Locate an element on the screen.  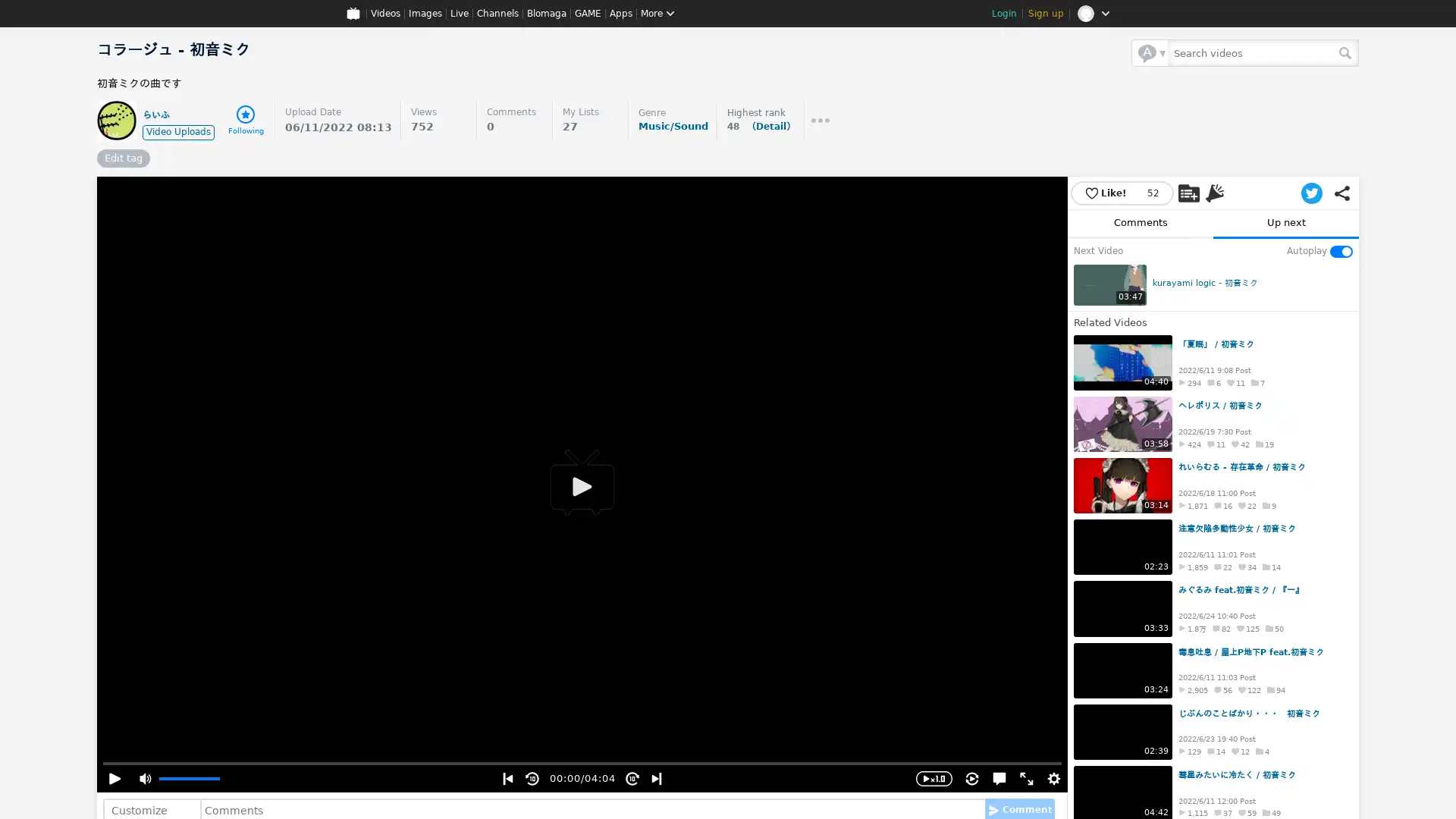
Rewind 10sec is located at coordinates (532, 778).